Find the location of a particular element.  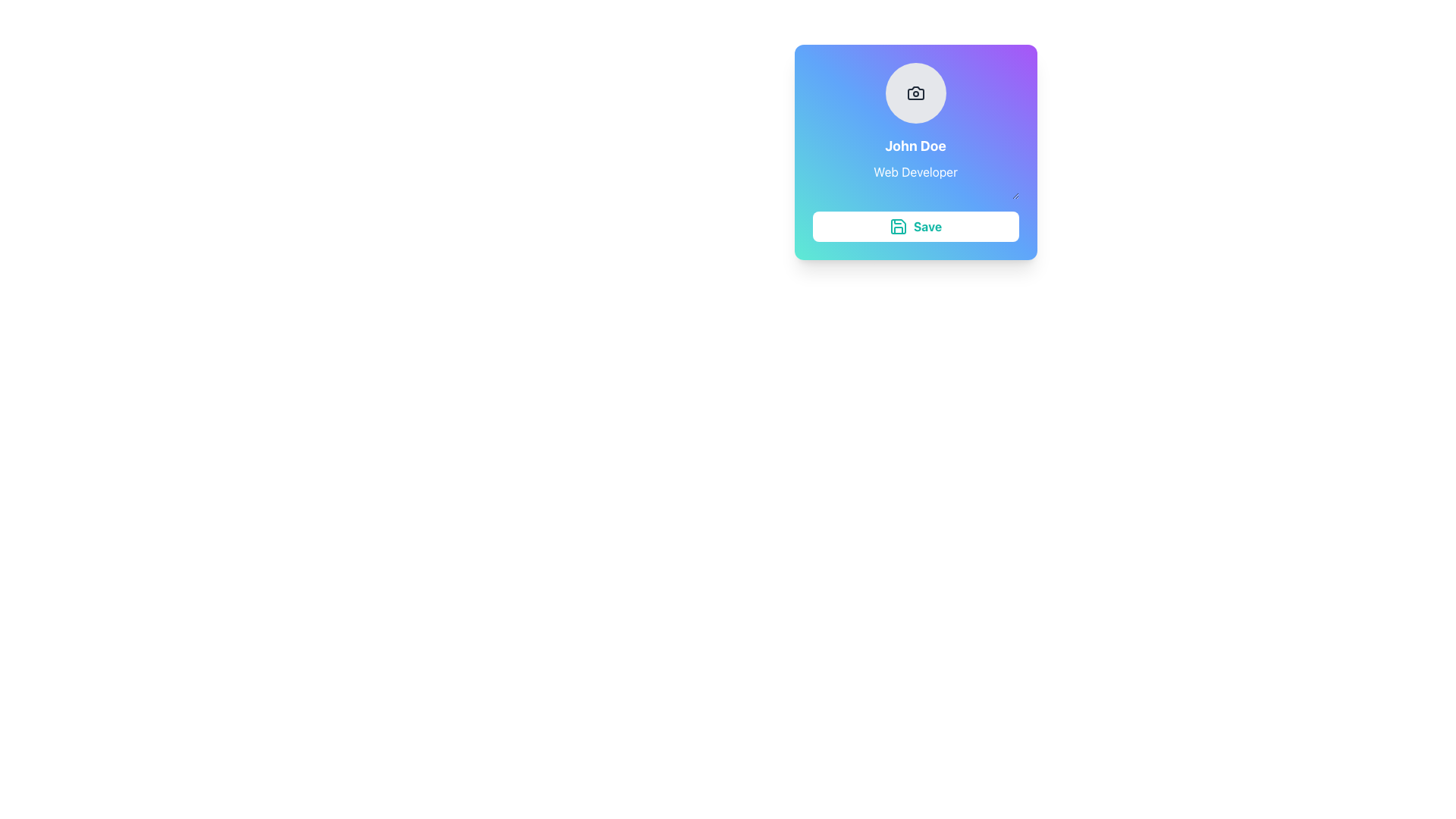

the small camera icon styled with a modern line design, which is located inside a circular gray background above the text 'John Doe' in a gradient purple and blue card element is located at coordinates (915, 93).